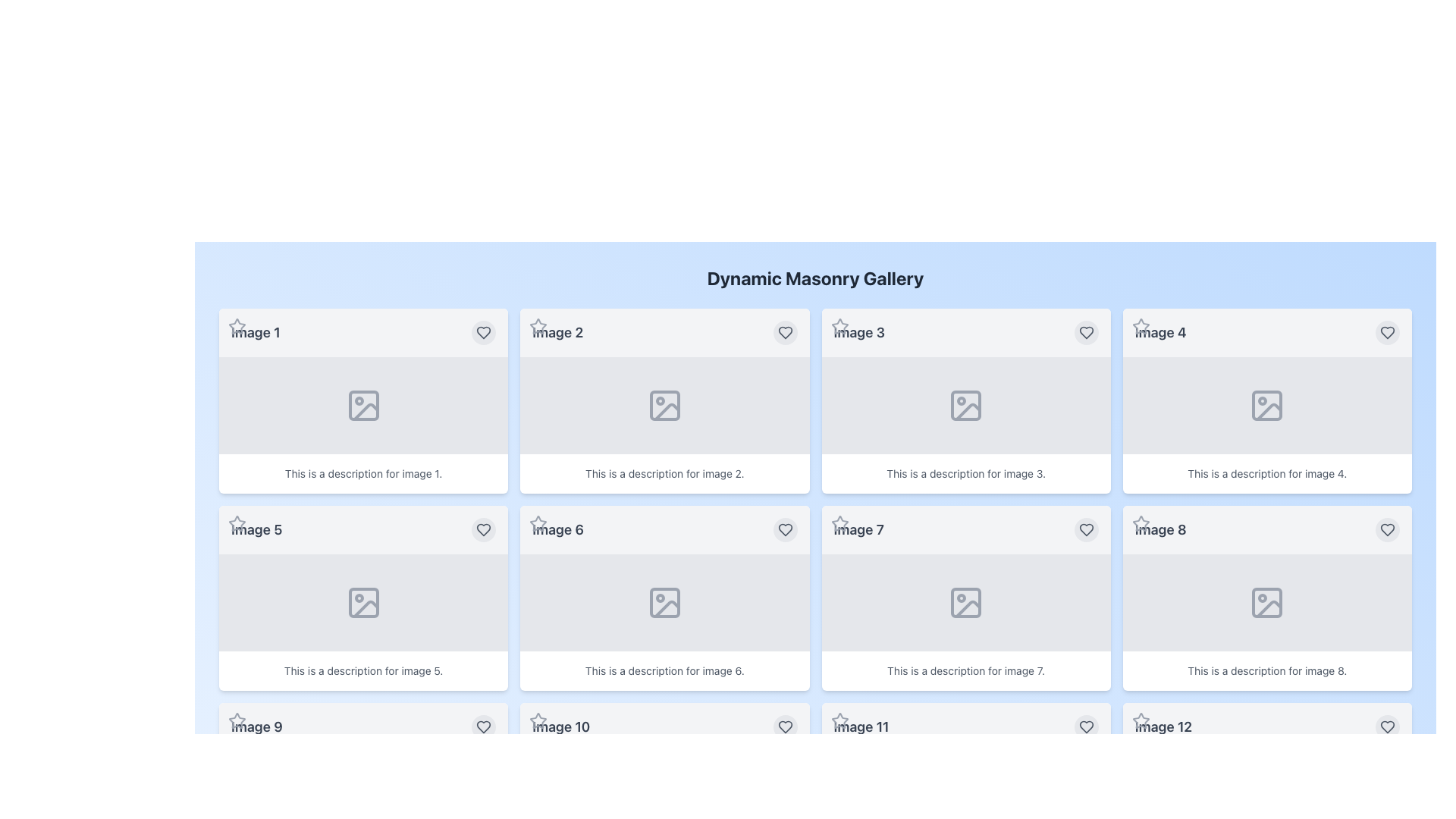 The image size is (1456, 819). What do you see at coordinates (256, 726) in the screenshot?
I see `the text label that reads 'Image 9', which is styled with a medium font size, bold typography, and a gray color, located in the third row and first column of a masonry gallery` at bounding box center [256, 726].